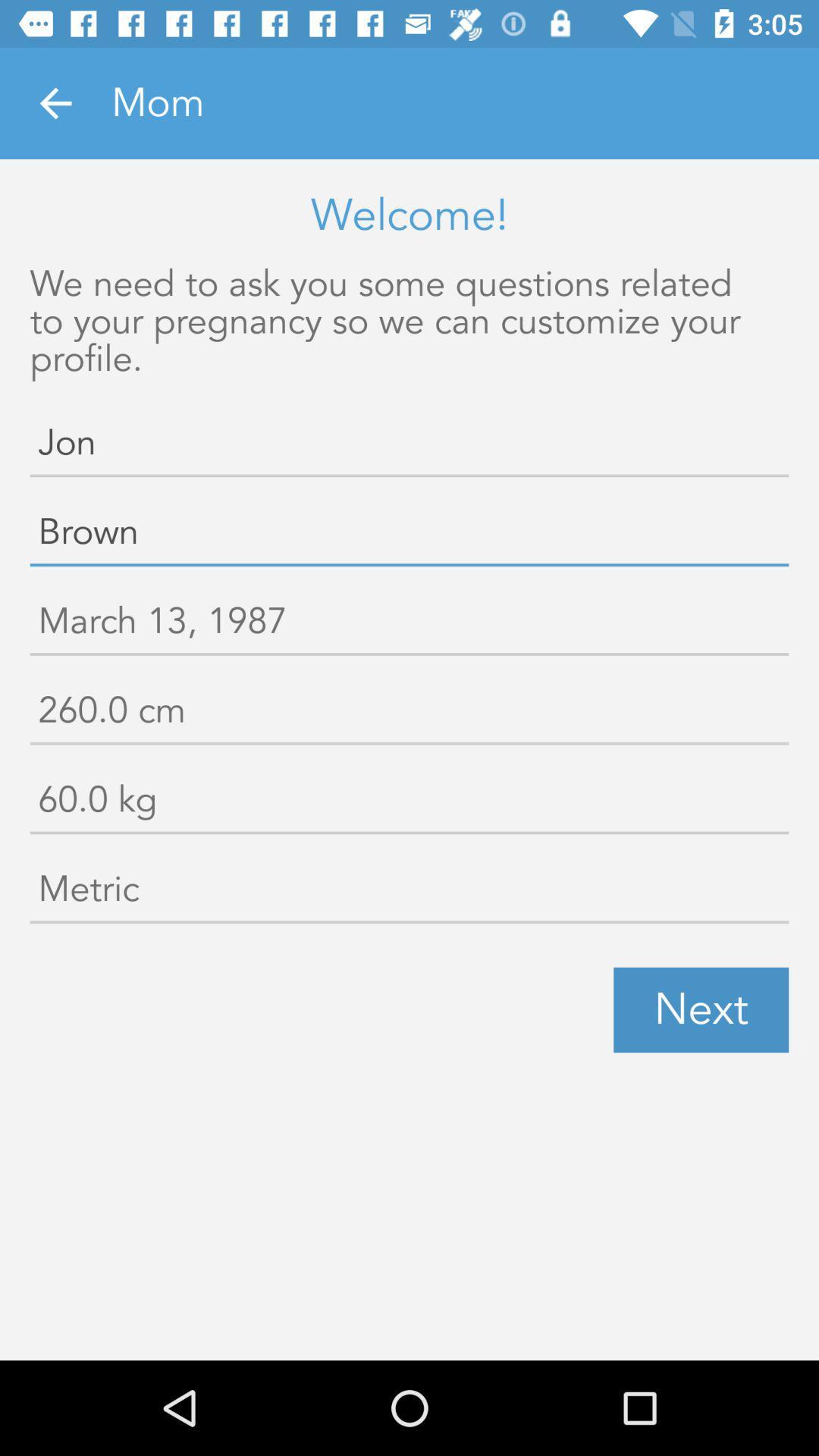  What do you see at coordinates (701, 1010) in the screenshot?
I see `the icon at the bottom right corner` at bounding box center [701, 1010].